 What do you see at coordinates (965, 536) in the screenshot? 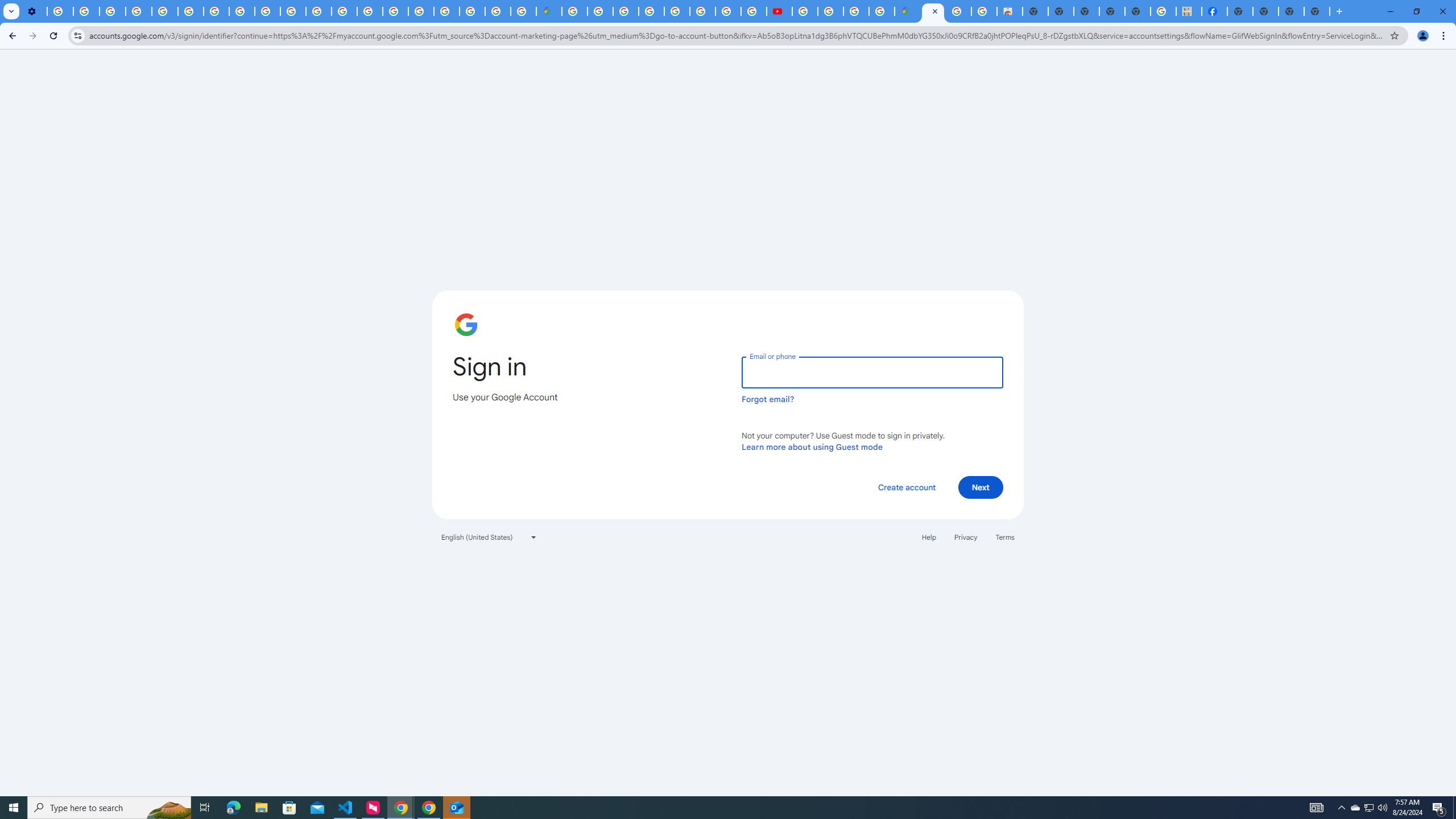
I see `'Privacy'` at bounding box center [965, 536].